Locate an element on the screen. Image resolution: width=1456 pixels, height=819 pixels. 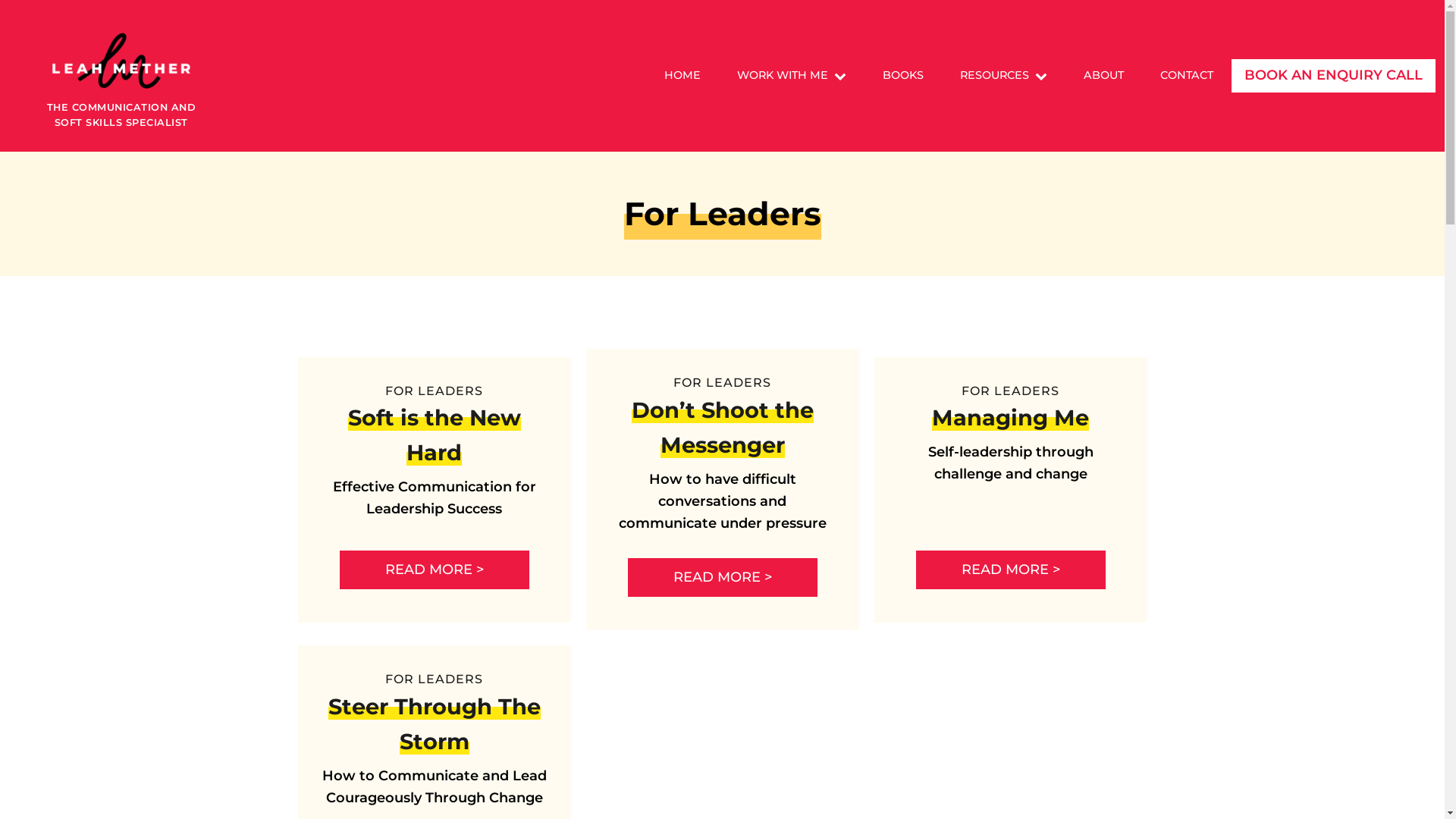
'CONTACT' is located at coordinates (1142, 75).